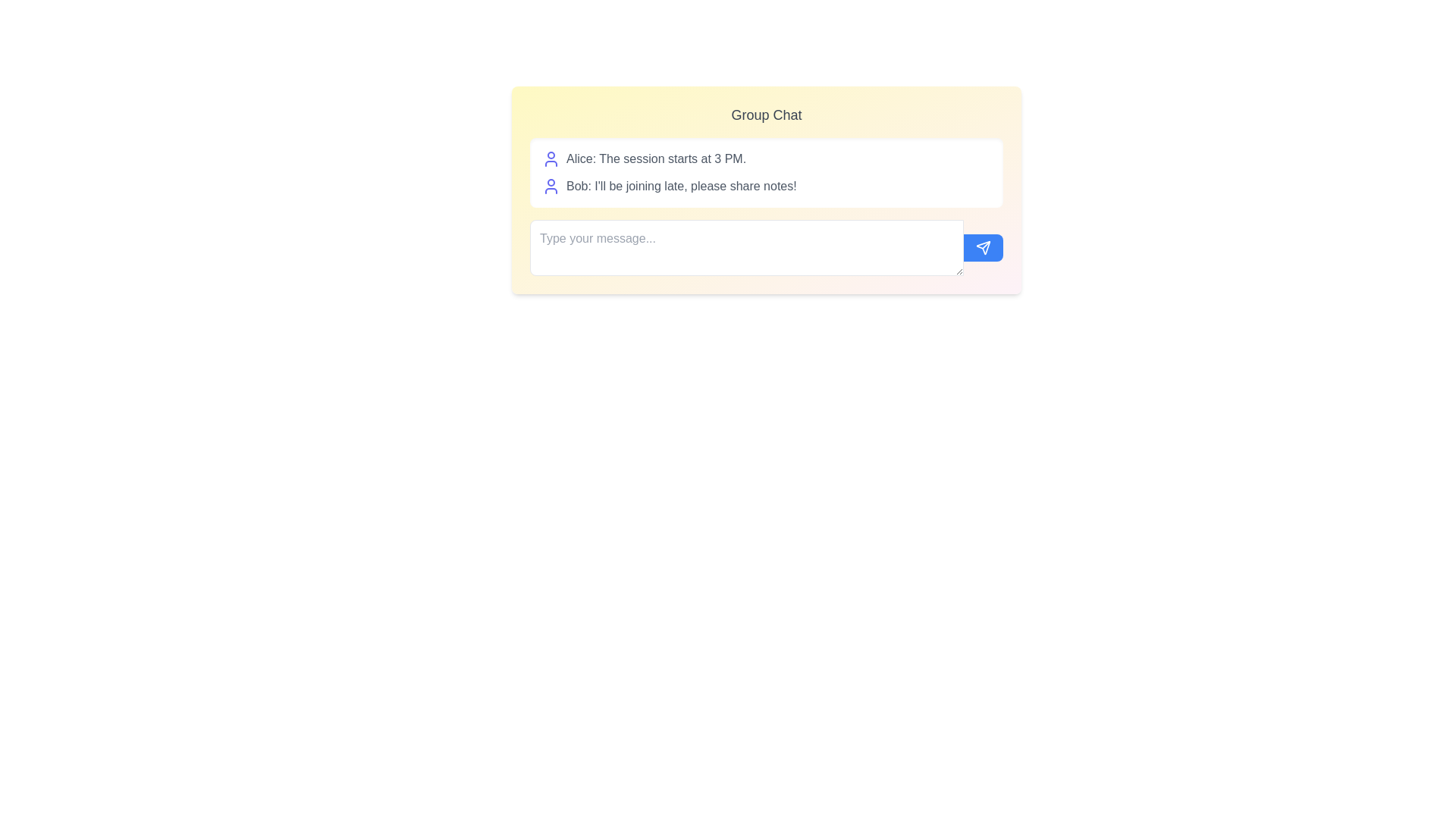  What do you see at coordinates (983, 247) in the screenshot?
I see `the triangular 'send' icon resembling a paper airplane, which is centered within the blue rounded button on the right side of the input field to send the message` at bounding box center [983, 247].